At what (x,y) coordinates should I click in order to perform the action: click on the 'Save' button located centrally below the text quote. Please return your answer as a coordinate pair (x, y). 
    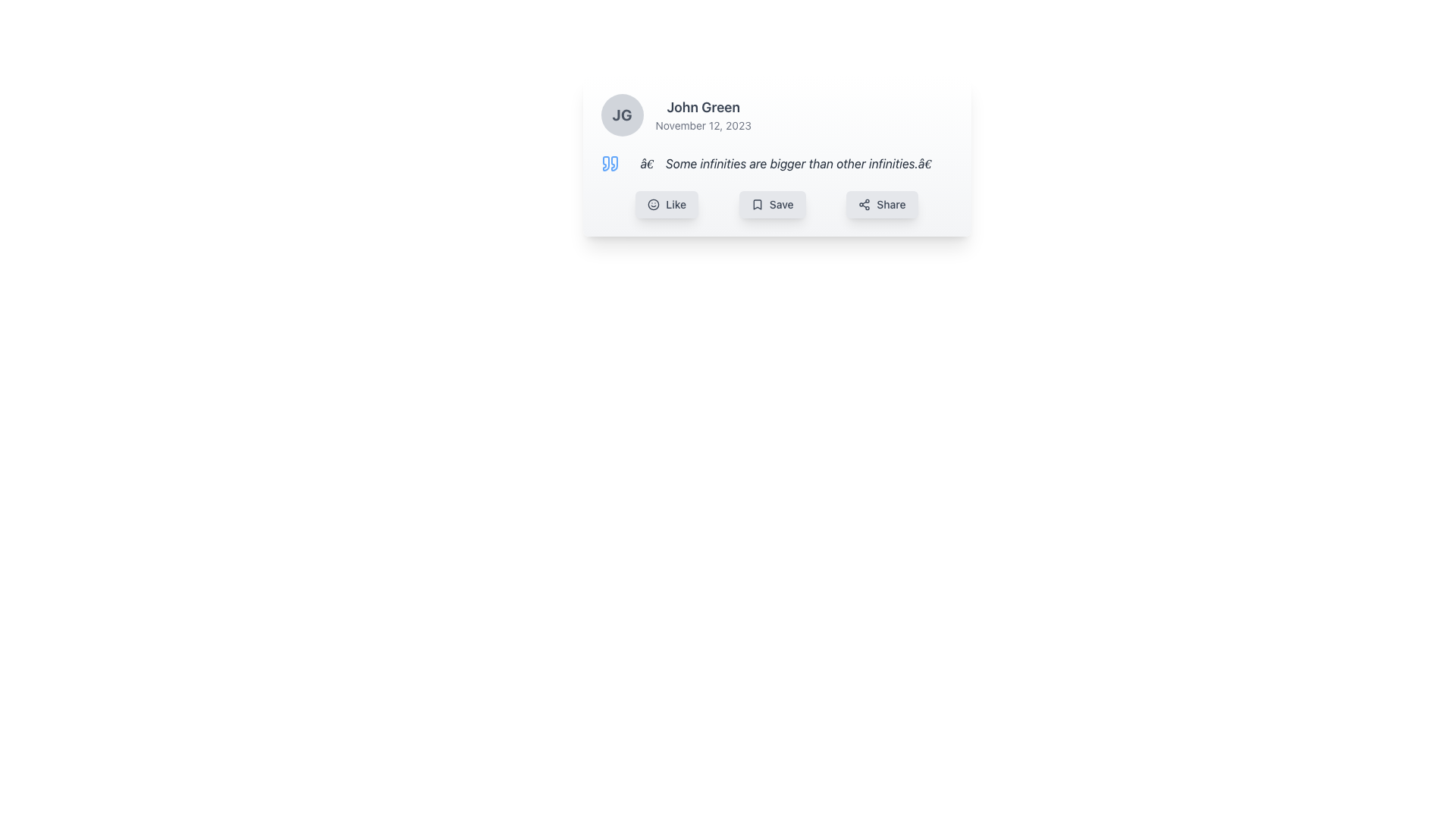
    Looking at the image, I should click on (772, 205).